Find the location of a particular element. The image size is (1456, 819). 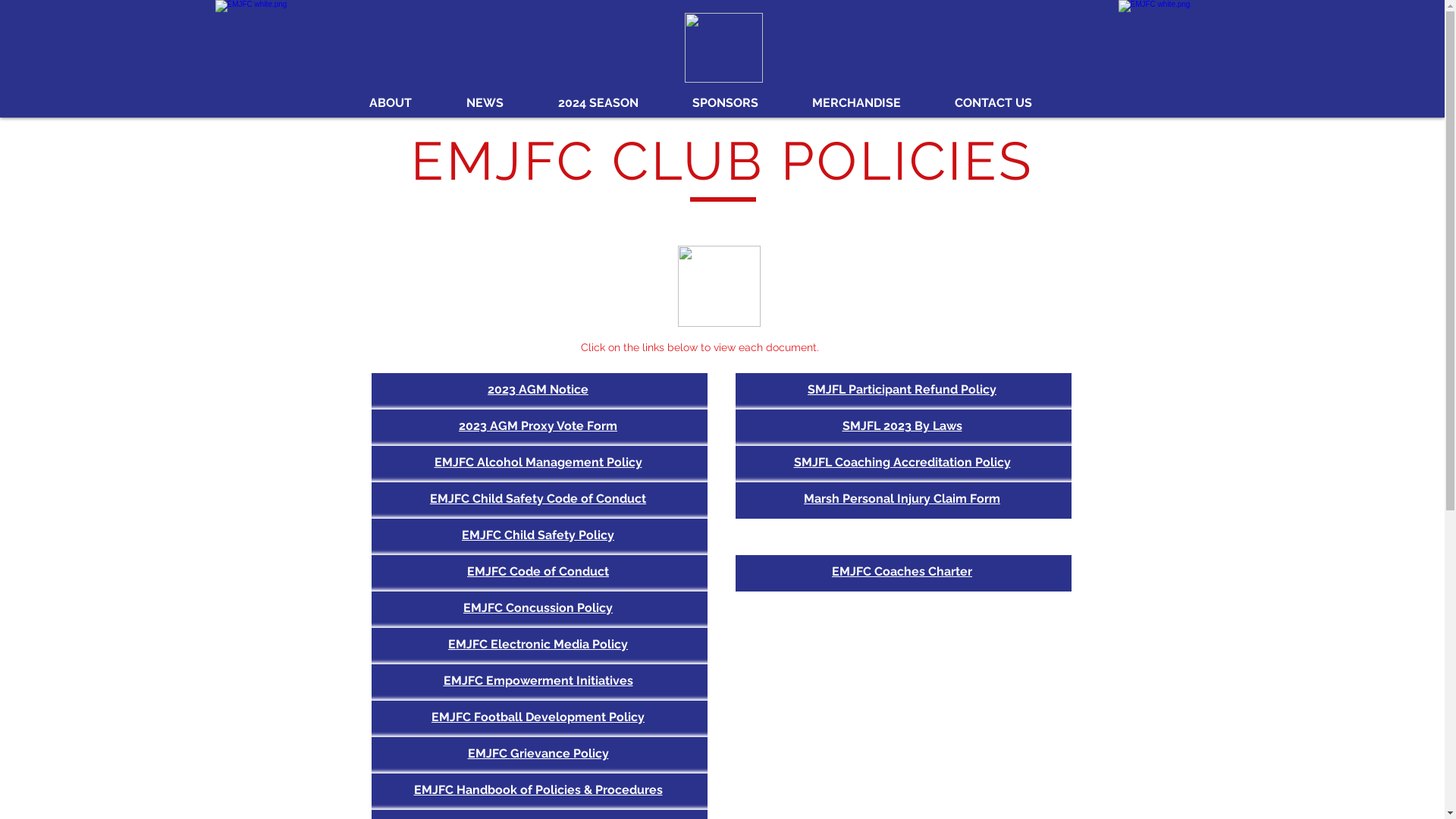

'Handbook of Policies & Procedures' is located at coordinates (455, 789).